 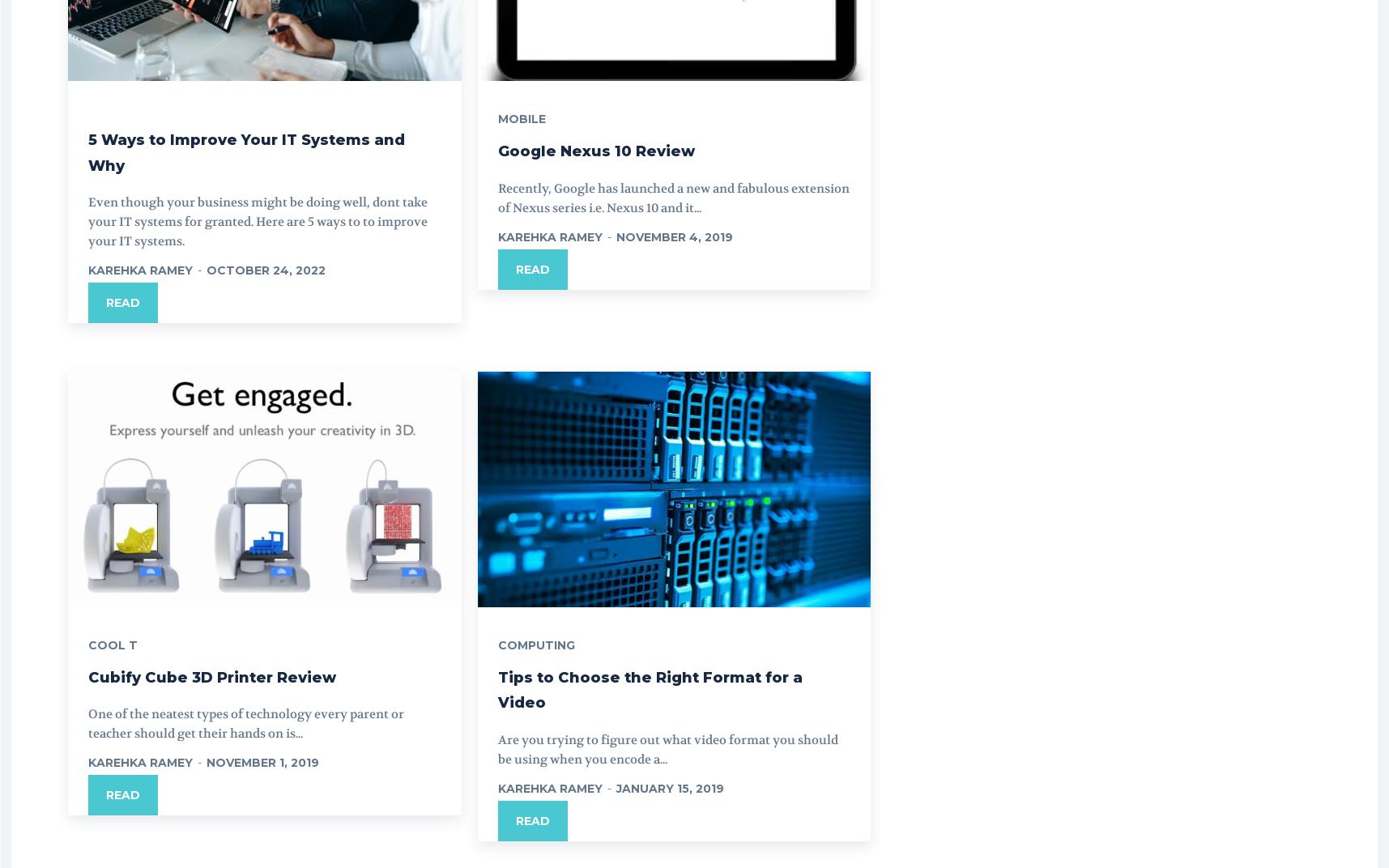 What do you see at coordinates (245, 724) in the screenshot?
I see `'One of the neatest types of technology every parent or teacher should get their hands on is...'` at bounding box center [245, 724].